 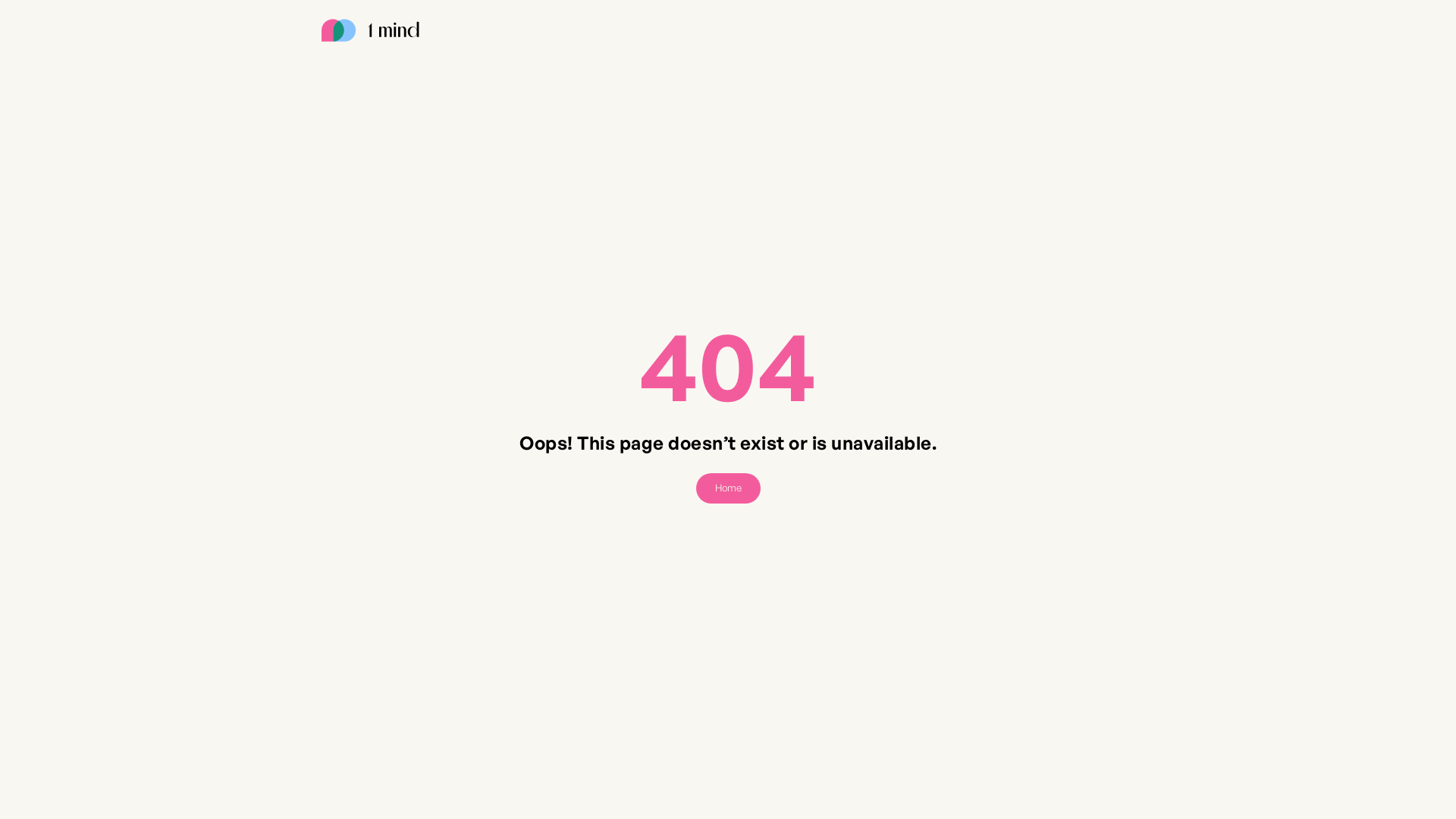 What do you see at coordinates (728, 488) in the screenshot?
I see `'Home'` at bounding box center [728, 488].